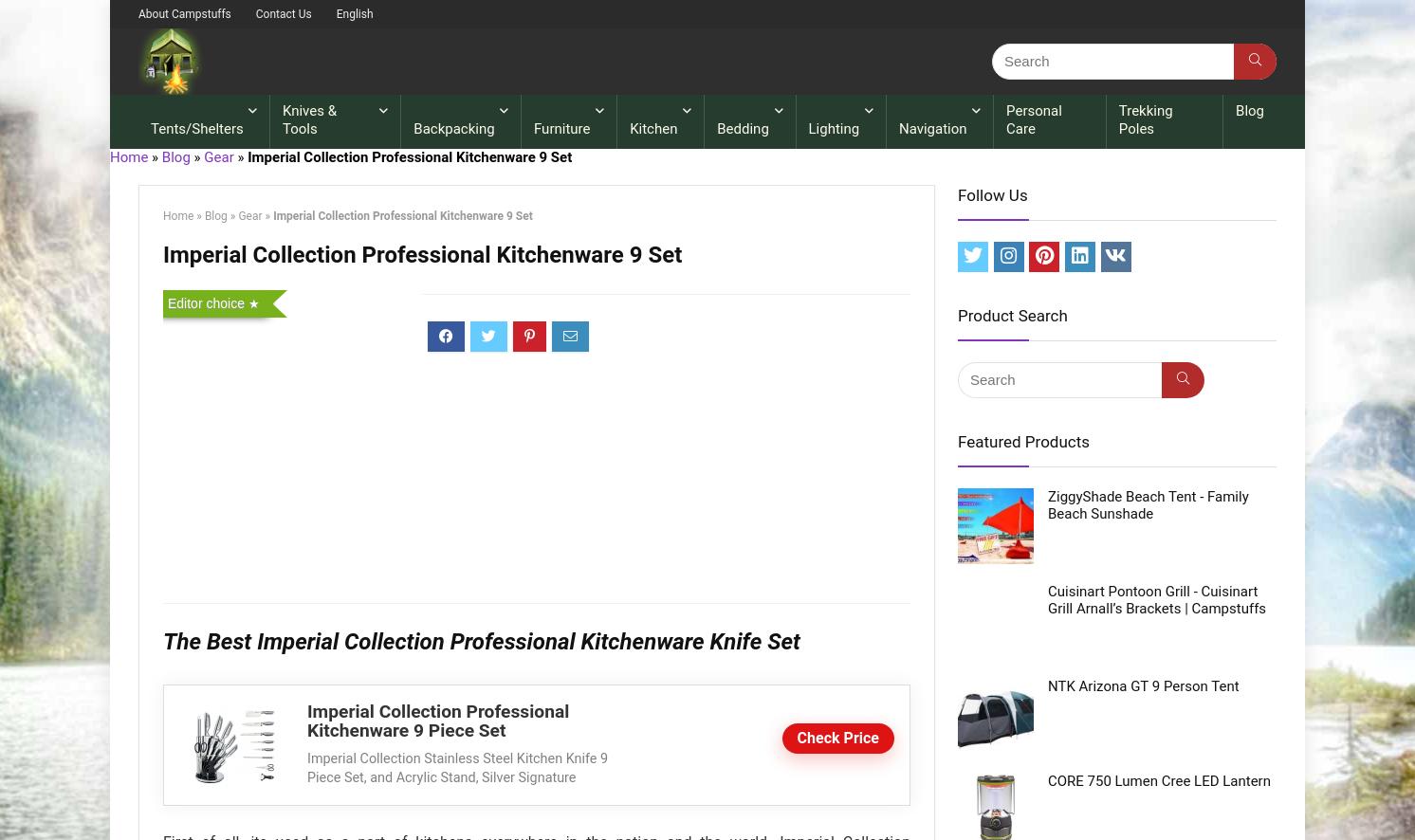 This screenshot has height=840, width=1415. Describe the element at coordinates (307, 768) in the screenshot. I see `'Imperial Collection Stainless Steel Kitchen Knife 9 Piece Set, and Acrylic Stand, Silver Signature'` at that location.